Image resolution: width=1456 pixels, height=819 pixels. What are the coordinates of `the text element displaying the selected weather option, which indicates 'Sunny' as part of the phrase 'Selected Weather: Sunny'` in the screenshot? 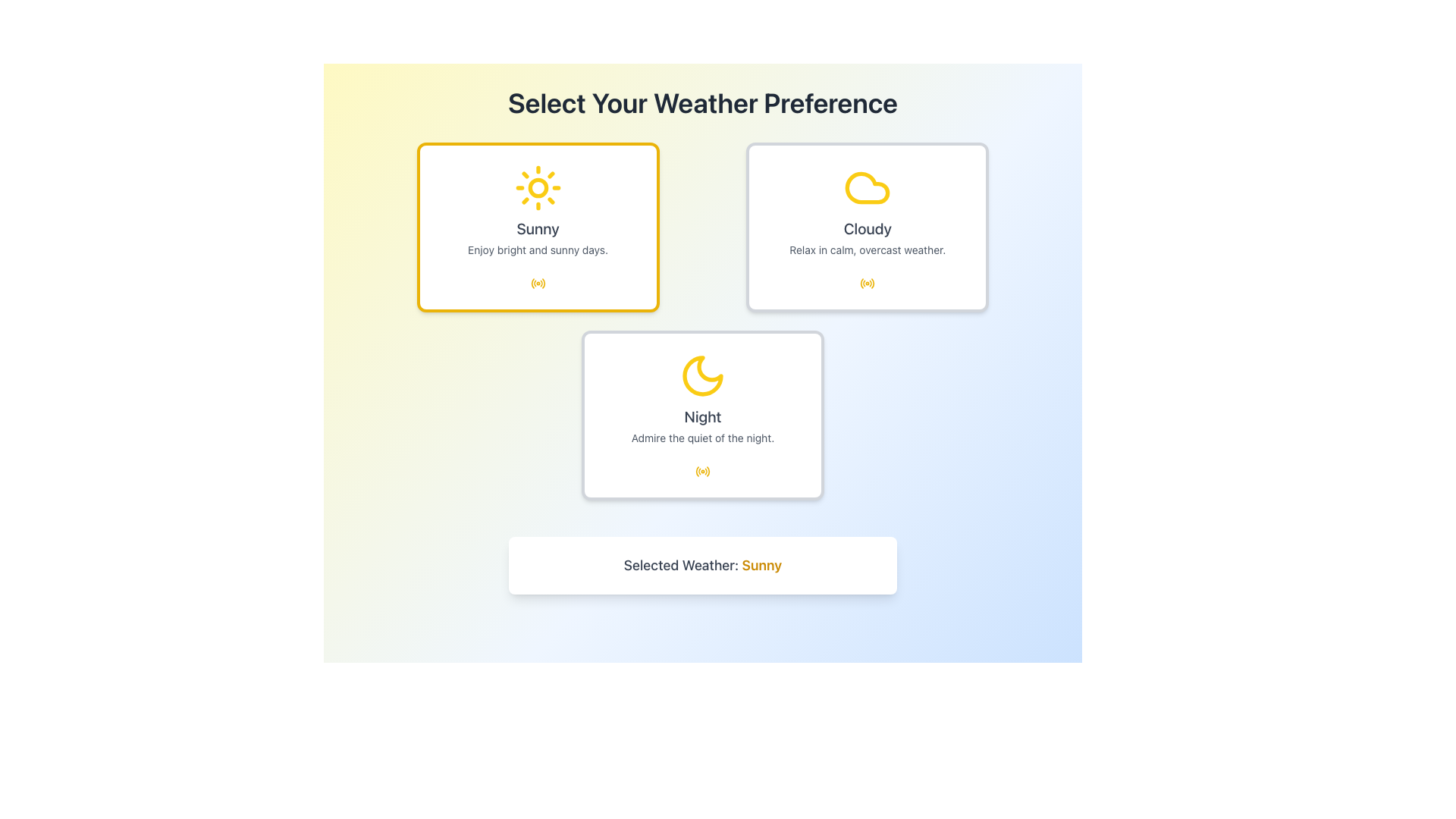 It's located at (761, 565).